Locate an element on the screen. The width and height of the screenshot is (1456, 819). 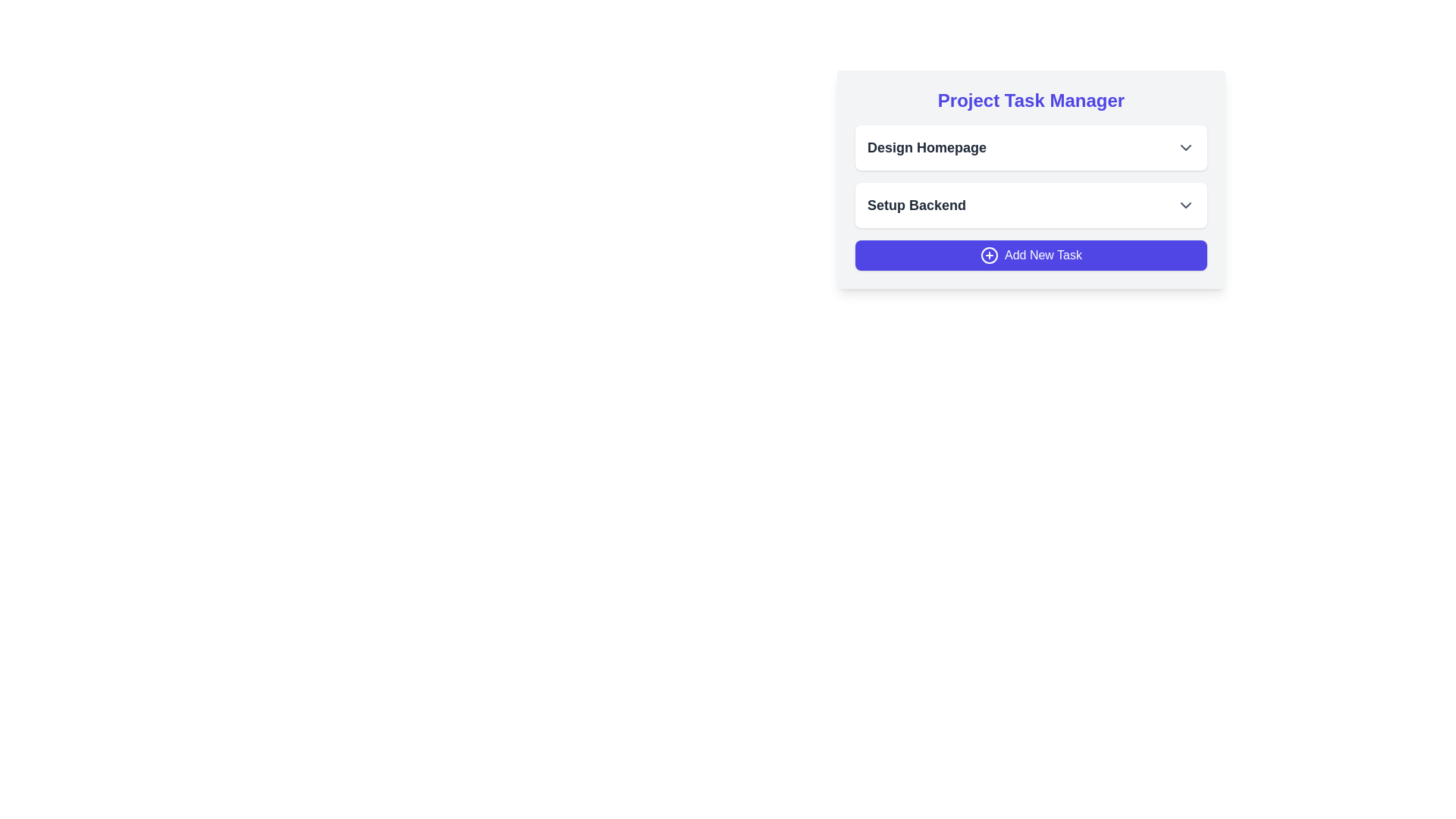
the 'Setup Backend' text label, which is a bold, larger font string in dark gray, centered beneath the 'Design Homepage' label is located at coordinates (916, 205).